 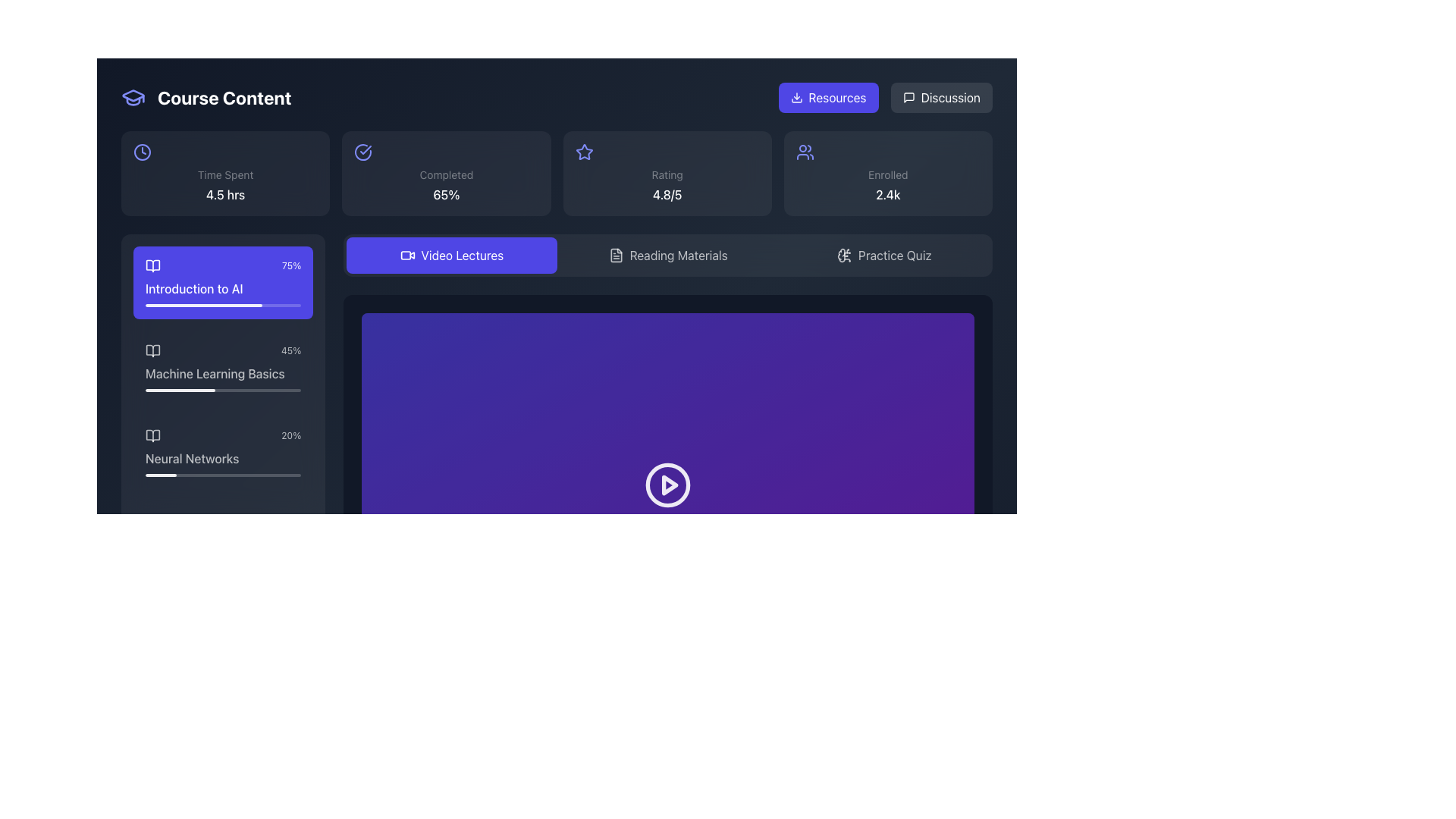 I want to click on the decorative Vector Graphic Component of the graduation cap icon located in the top-left corner of the interface, adjacent to the title 'Course Content', so click(x=133, y=96).